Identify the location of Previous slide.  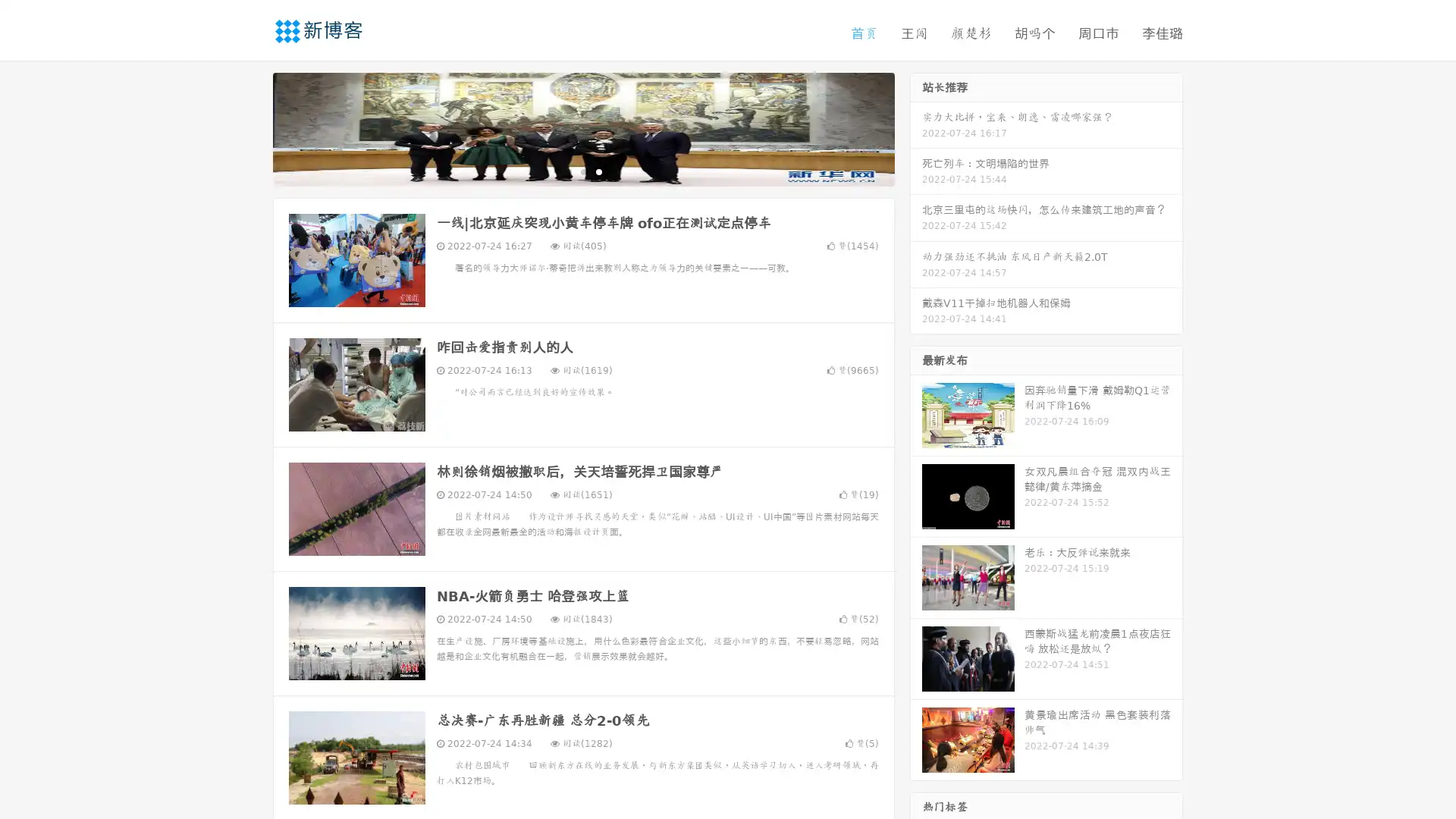
(250, 127).